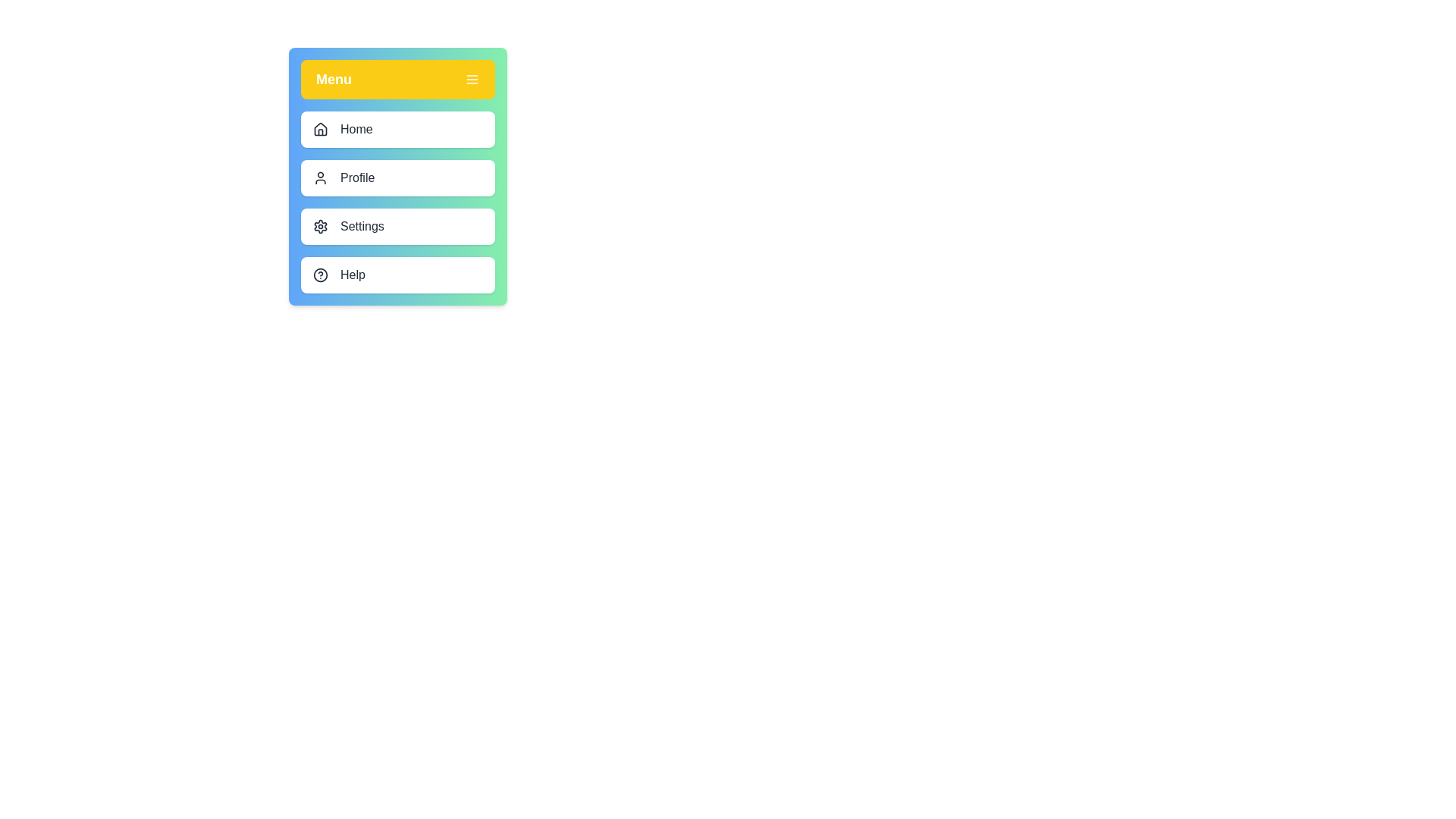 The width and height of the screenshot is (1456, 819). I want to click on 'Menu' button to toggle the menu visibility, so click(397, 79).